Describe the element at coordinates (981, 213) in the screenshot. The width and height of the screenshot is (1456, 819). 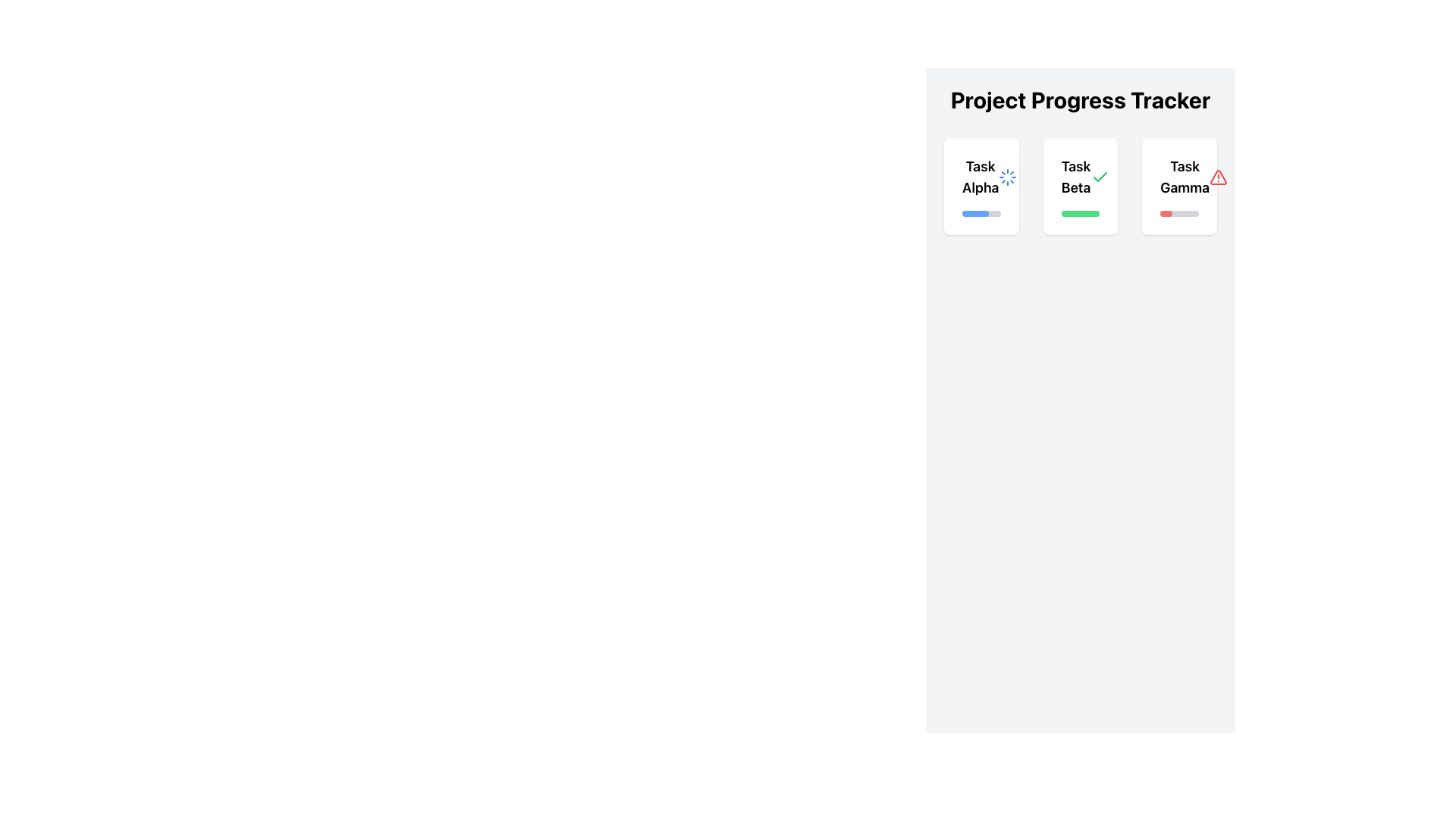
I see `the progress represented by the blue filled portion of the horizontal progress bar located at the bottom of the 'Task Alpha' card` at that location.